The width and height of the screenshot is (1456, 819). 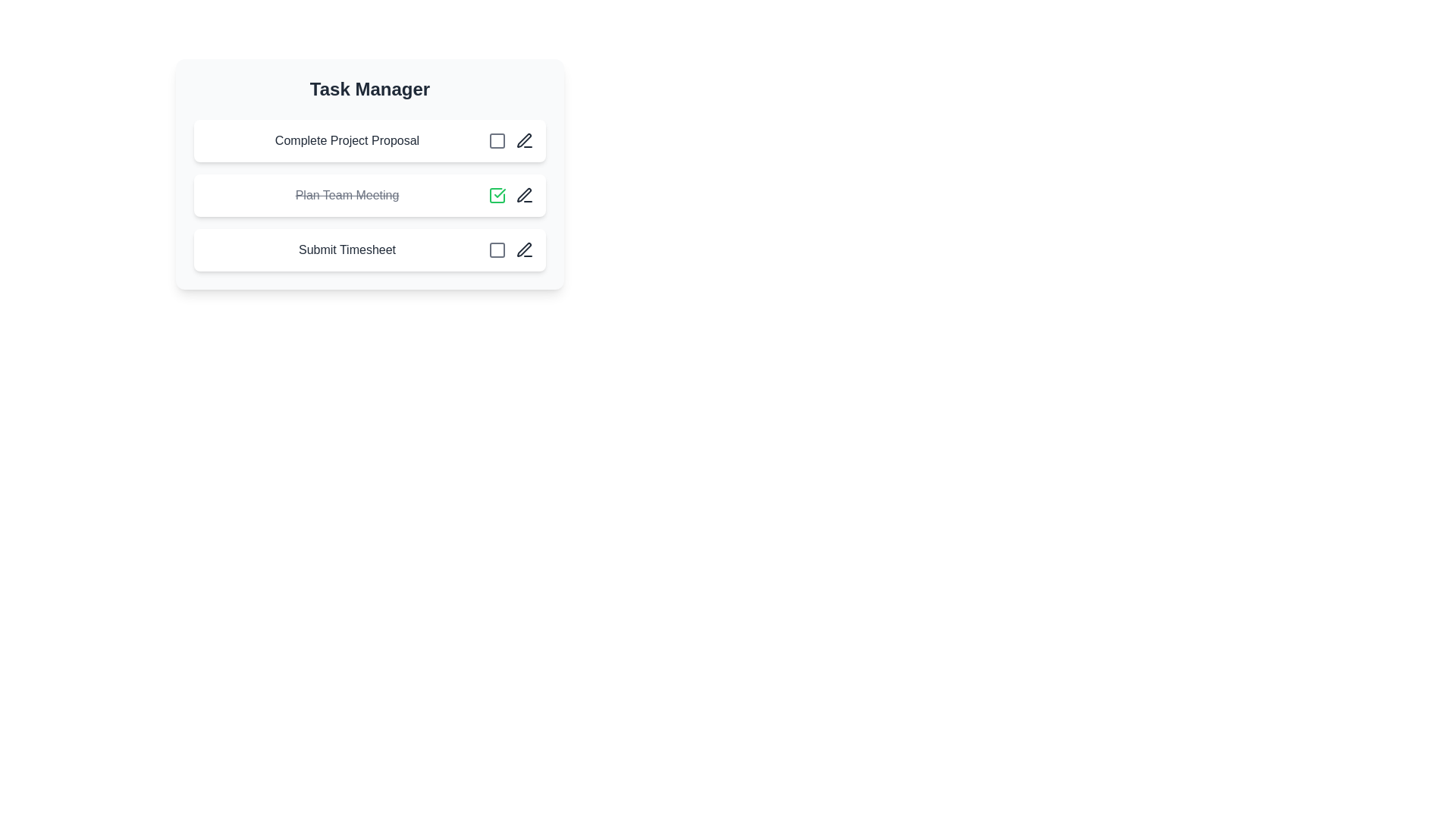 I want to click on the edit icon (pen tool) located adjacent to the 'Submit Timesheet' text on the bottom row, so click(x=524, y=249).